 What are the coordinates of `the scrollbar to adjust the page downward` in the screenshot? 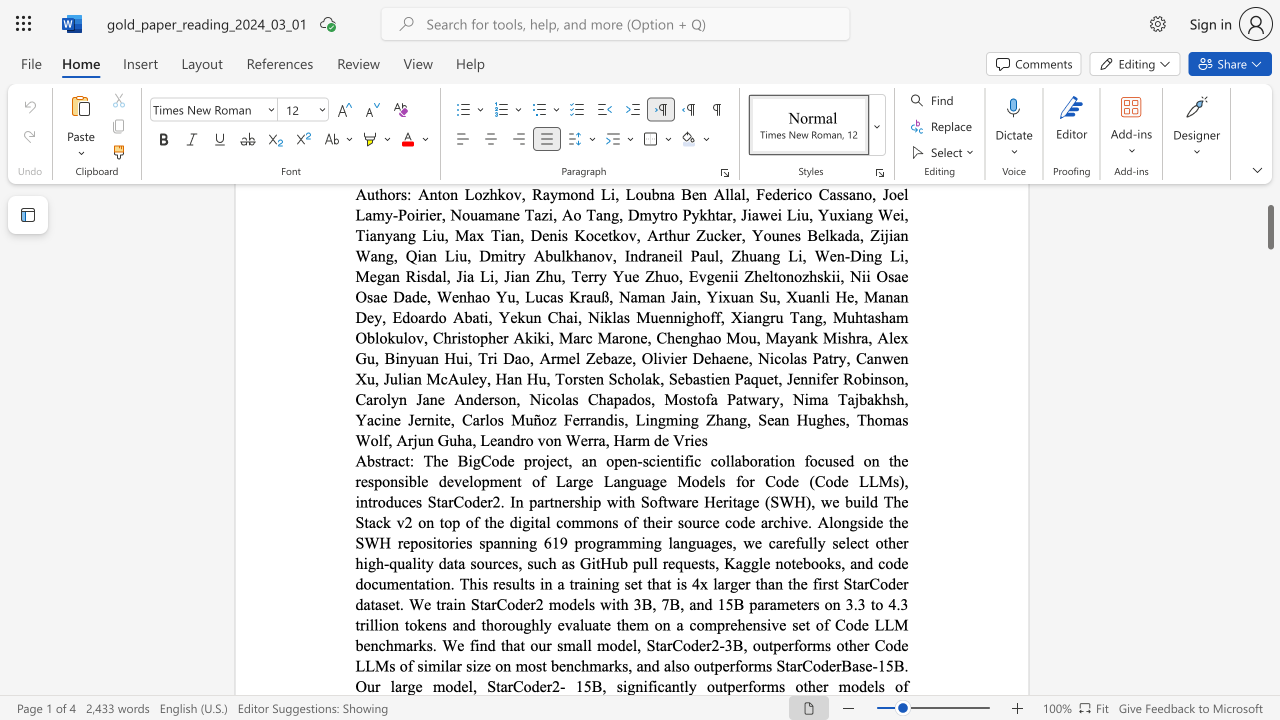 It's located at (1269, 270).